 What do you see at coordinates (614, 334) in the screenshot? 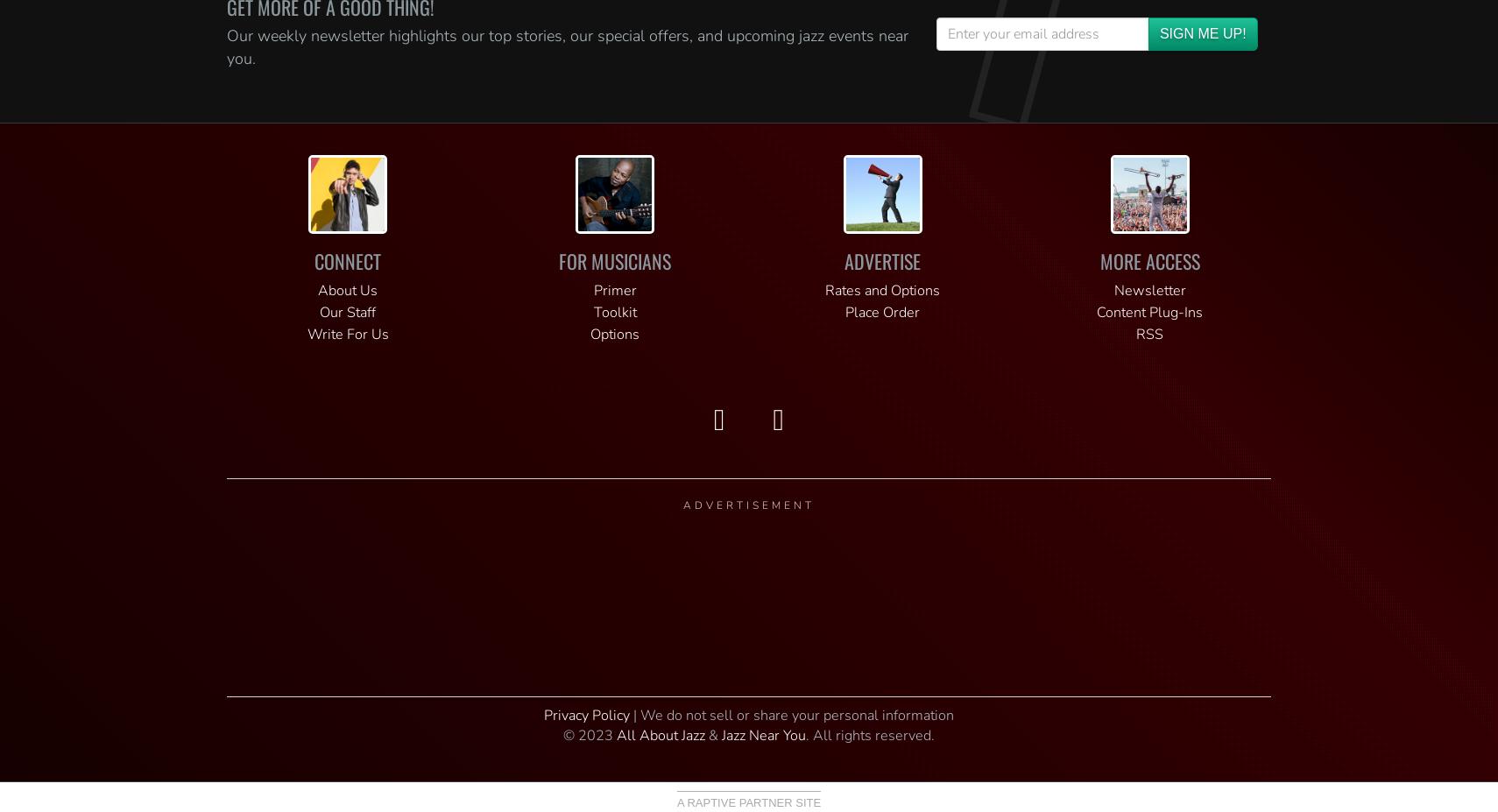
I see `'Options'` at bounding box center [614, 334].